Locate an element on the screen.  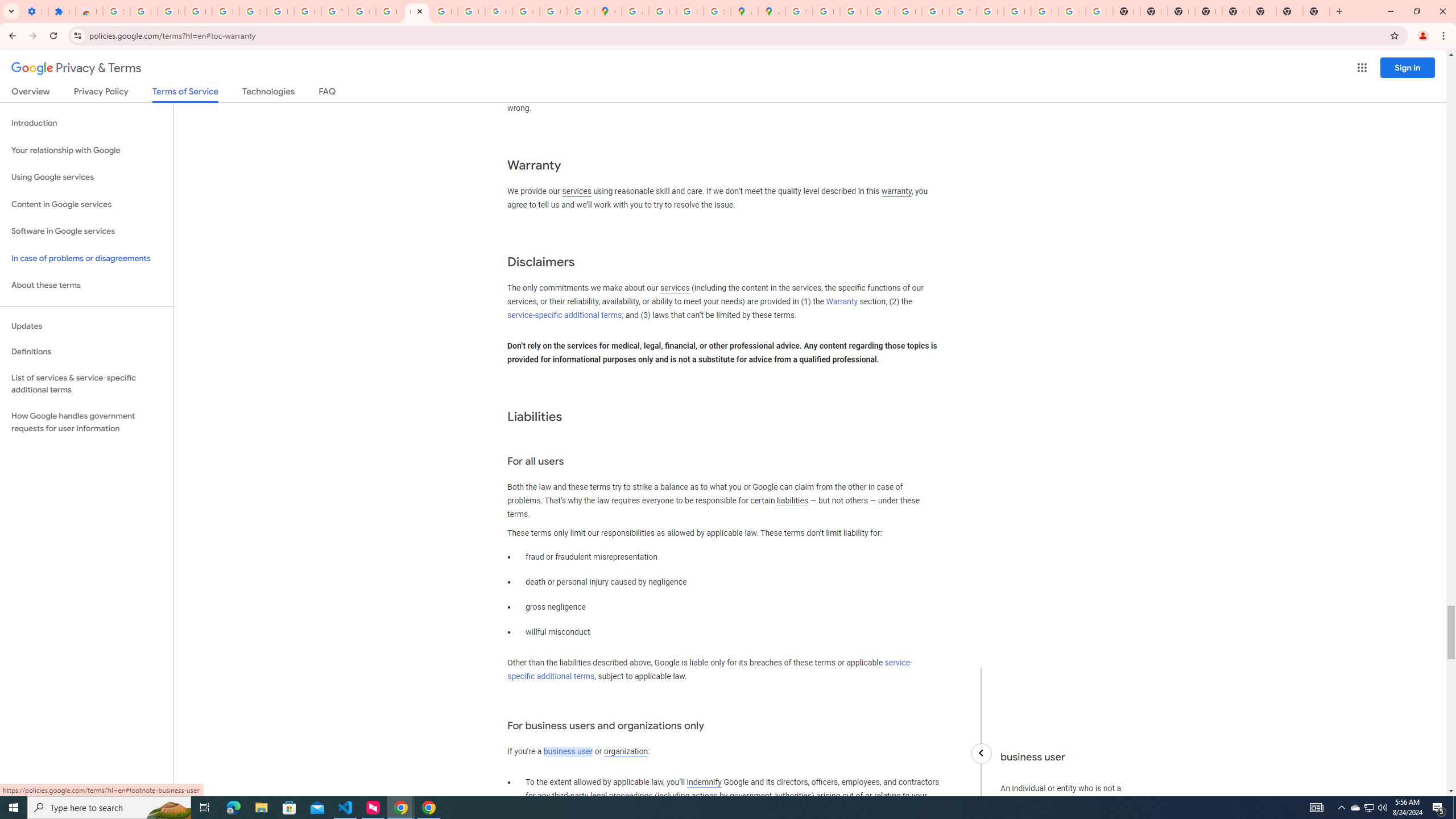
'YouTube' is located at coordinates (334, 11).